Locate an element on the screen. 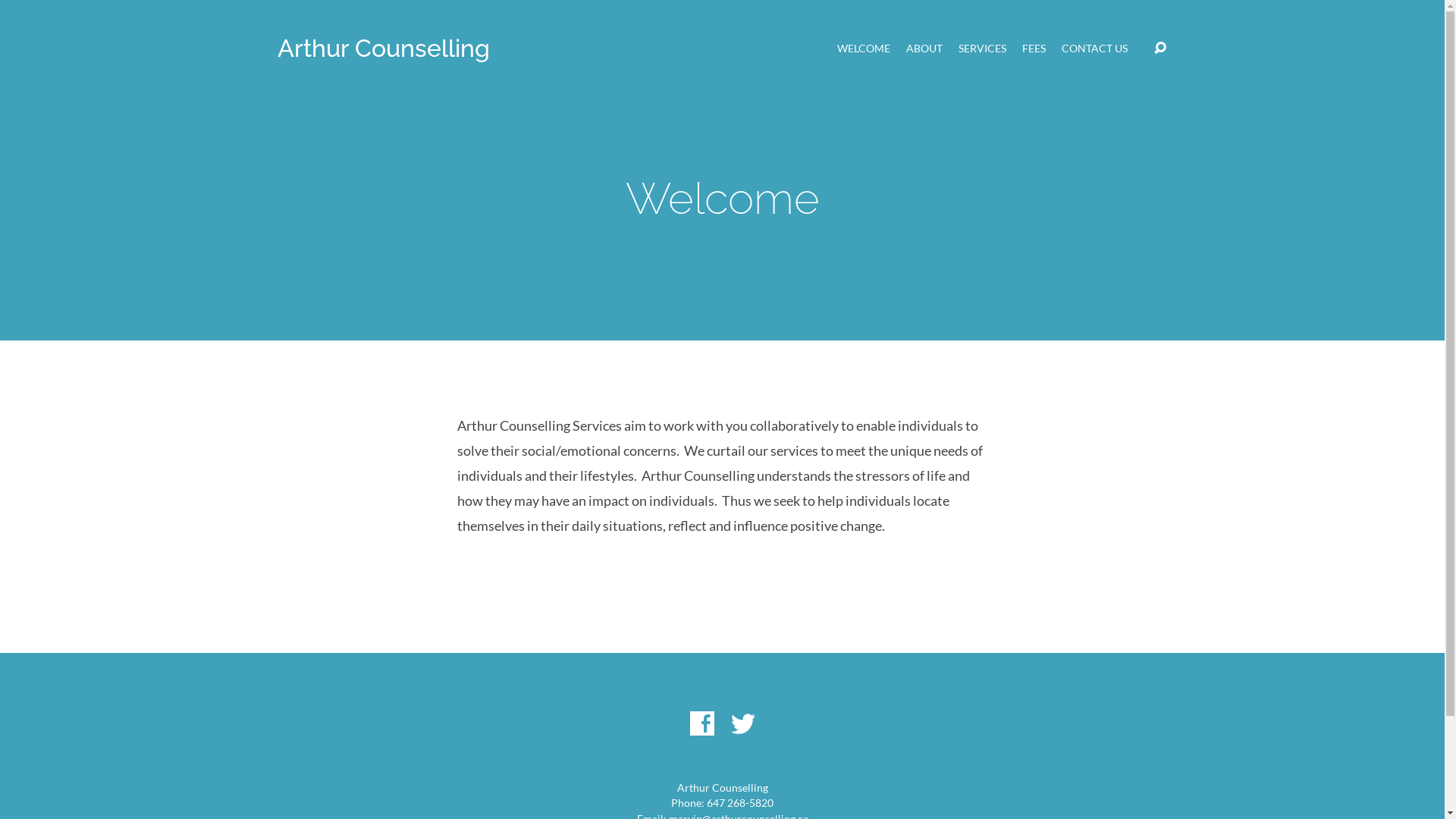 This screenshot has height=819, width=1456. 'ABOUT' is located at coordinates (924, 48).